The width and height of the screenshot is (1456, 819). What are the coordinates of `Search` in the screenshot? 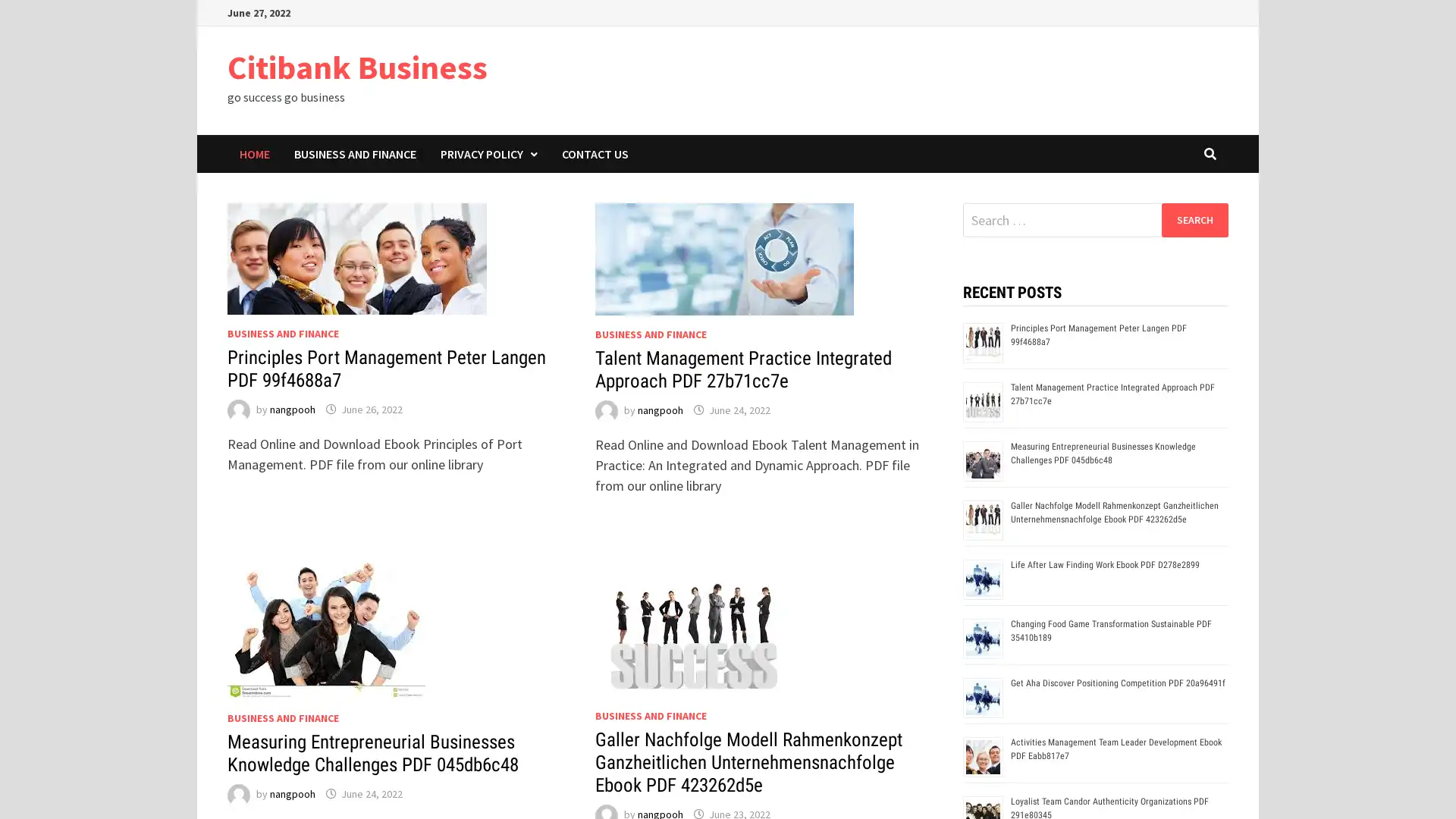 It's located at (1194, 219).